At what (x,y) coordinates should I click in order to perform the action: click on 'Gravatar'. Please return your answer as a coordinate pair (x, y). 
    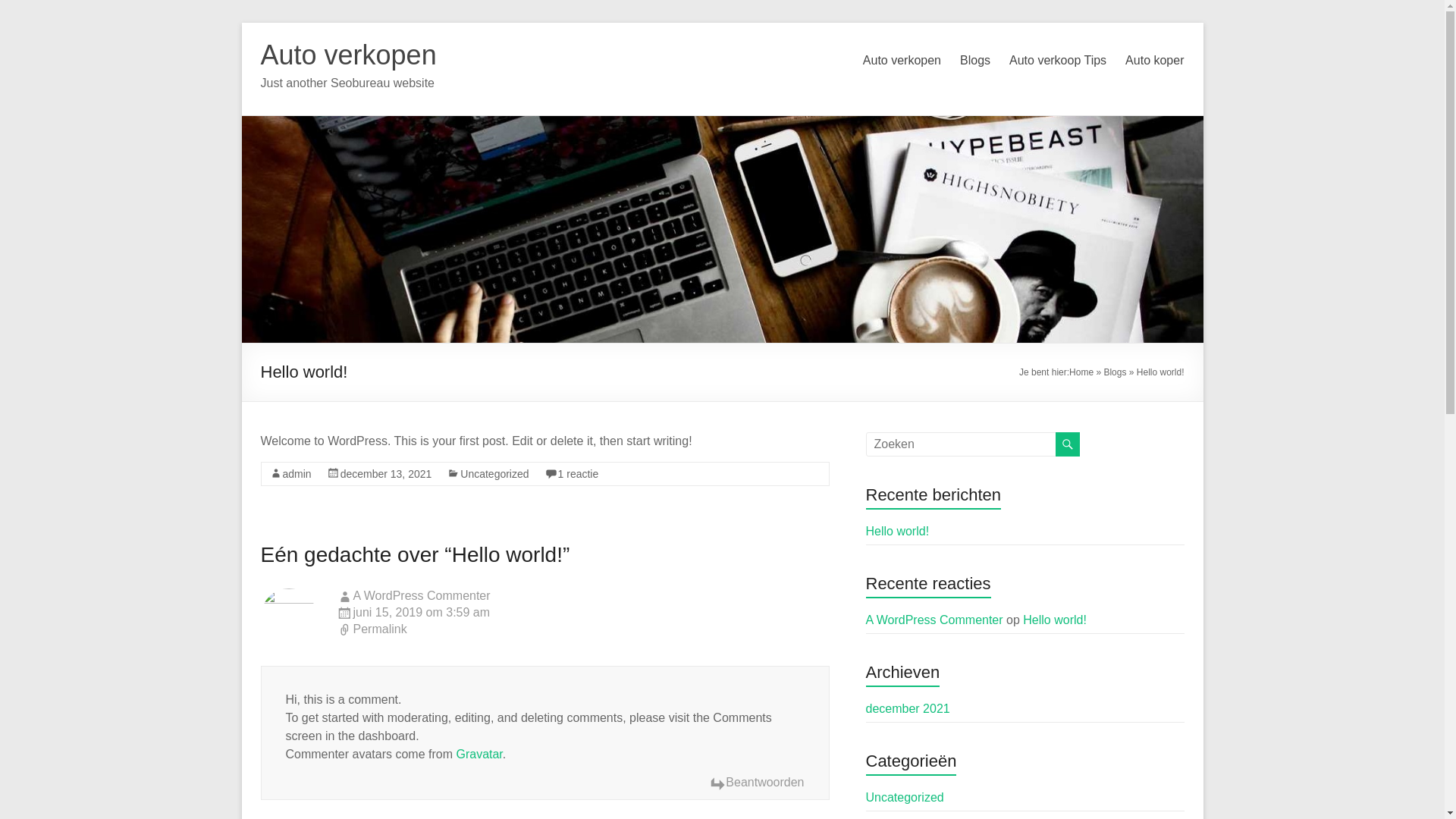
    Looking at the image, I should click on (478, 754).